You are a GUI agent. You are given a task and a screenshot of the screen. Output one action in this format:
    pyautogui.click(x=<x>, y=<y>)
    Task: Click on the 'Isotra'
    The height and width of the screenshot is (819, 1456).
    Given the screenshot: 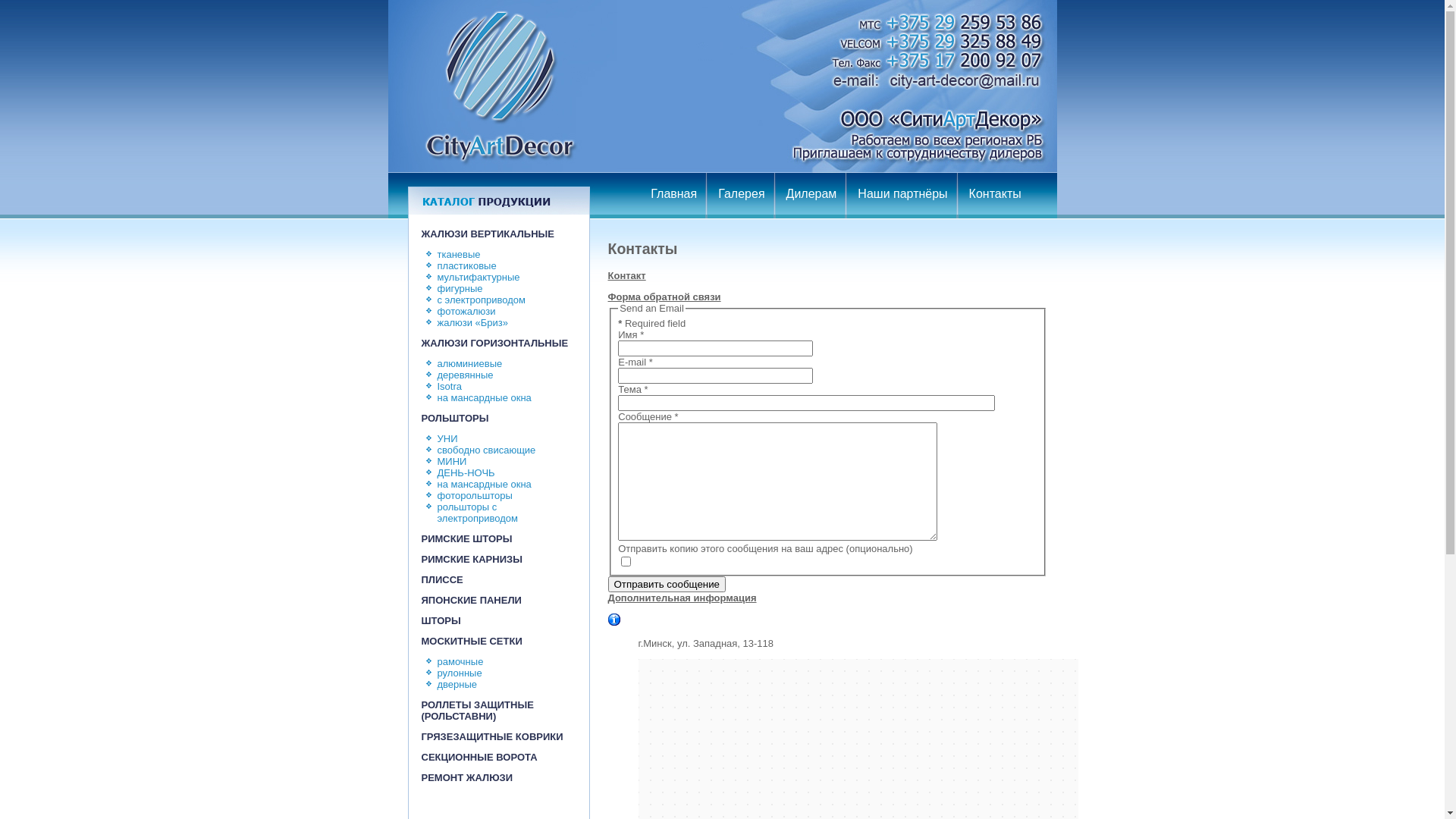 What is the action you would take?
    pyautogui.click(x=448, y=385)
    